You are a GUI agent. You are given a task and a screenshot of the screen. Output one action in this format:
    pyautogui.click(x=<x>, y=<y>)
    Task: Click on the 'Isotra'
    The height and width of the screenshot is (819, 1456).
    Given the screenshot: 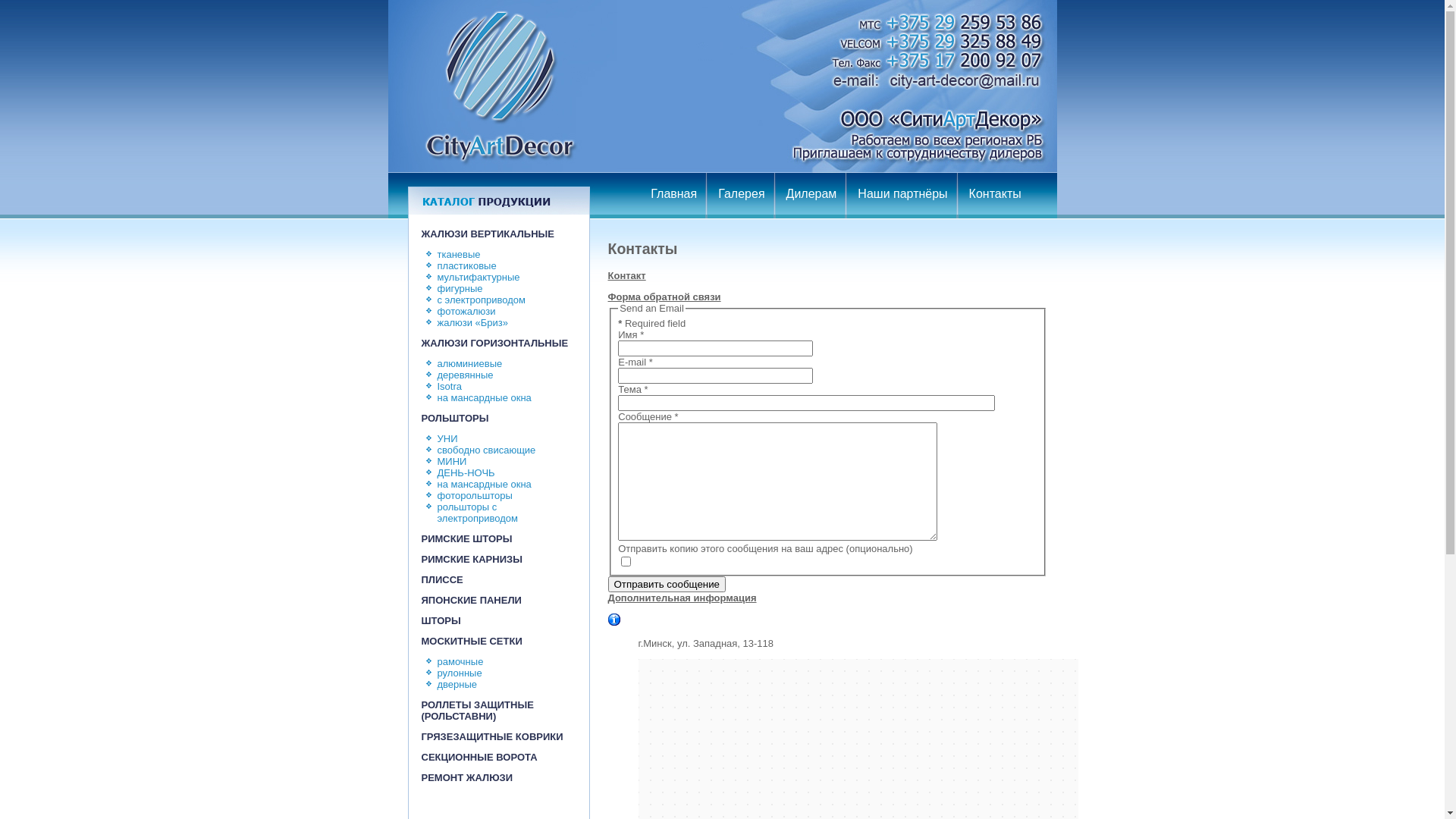 What is the action you would take?
    pyautogui.click(x=448, y=385)
    